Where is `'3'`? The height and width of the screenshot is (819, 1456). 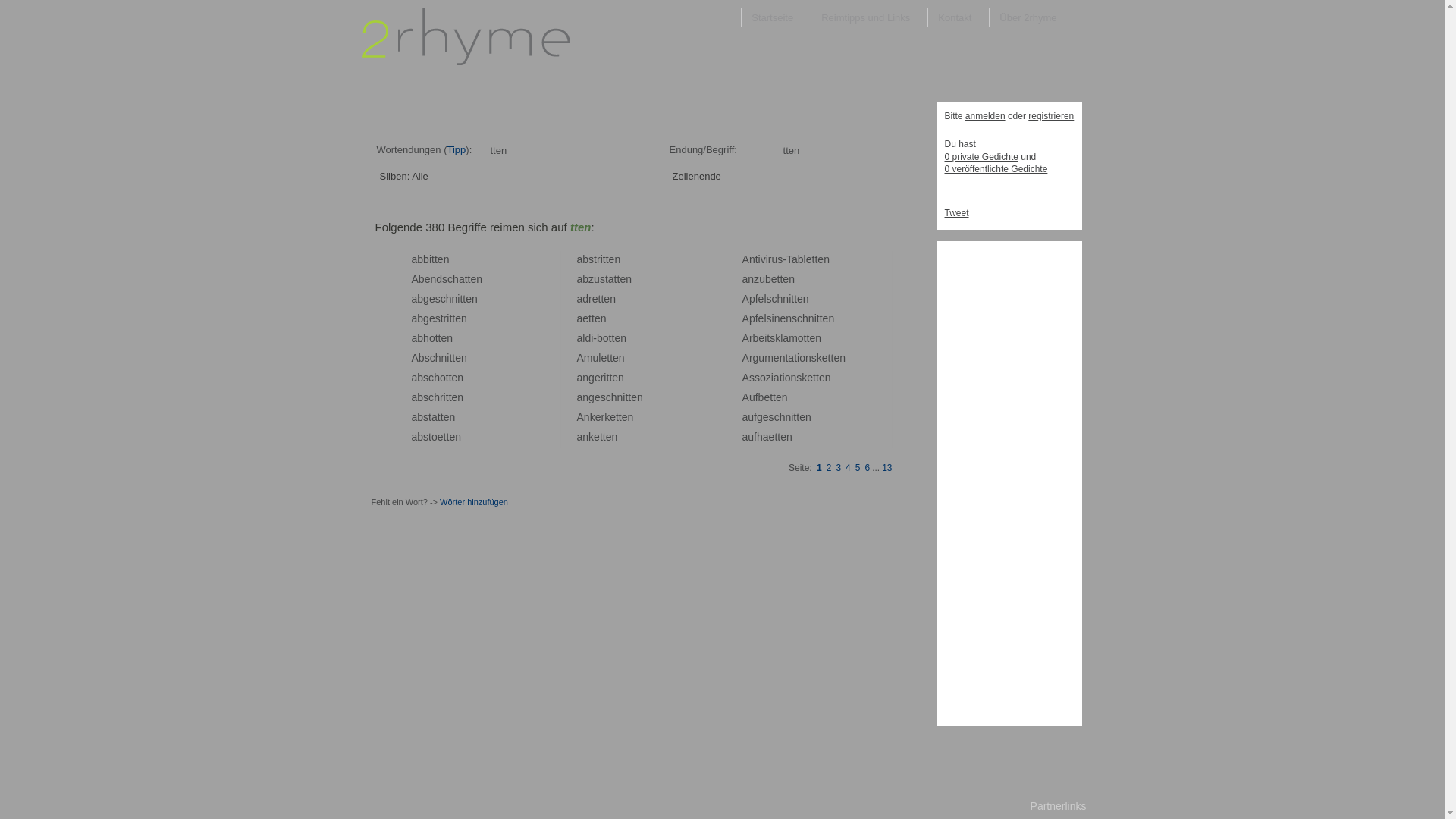 '3' is located at coordinates (837, 467).